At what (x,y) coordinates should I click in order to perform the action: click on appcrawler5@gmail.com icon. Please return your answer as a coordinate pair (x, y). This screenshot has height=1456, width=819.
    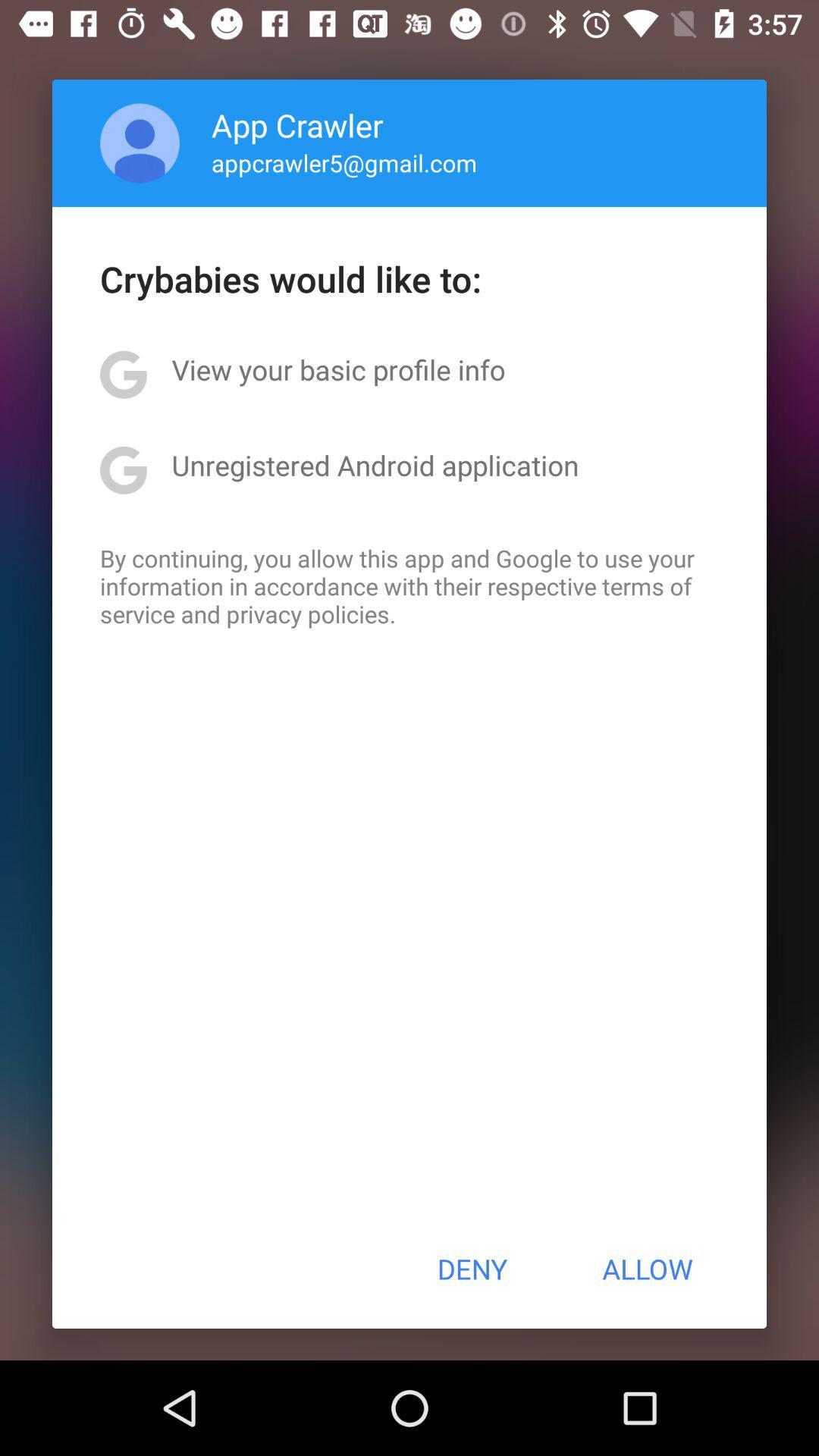
    Looking at the image, I should click on (344, 162).